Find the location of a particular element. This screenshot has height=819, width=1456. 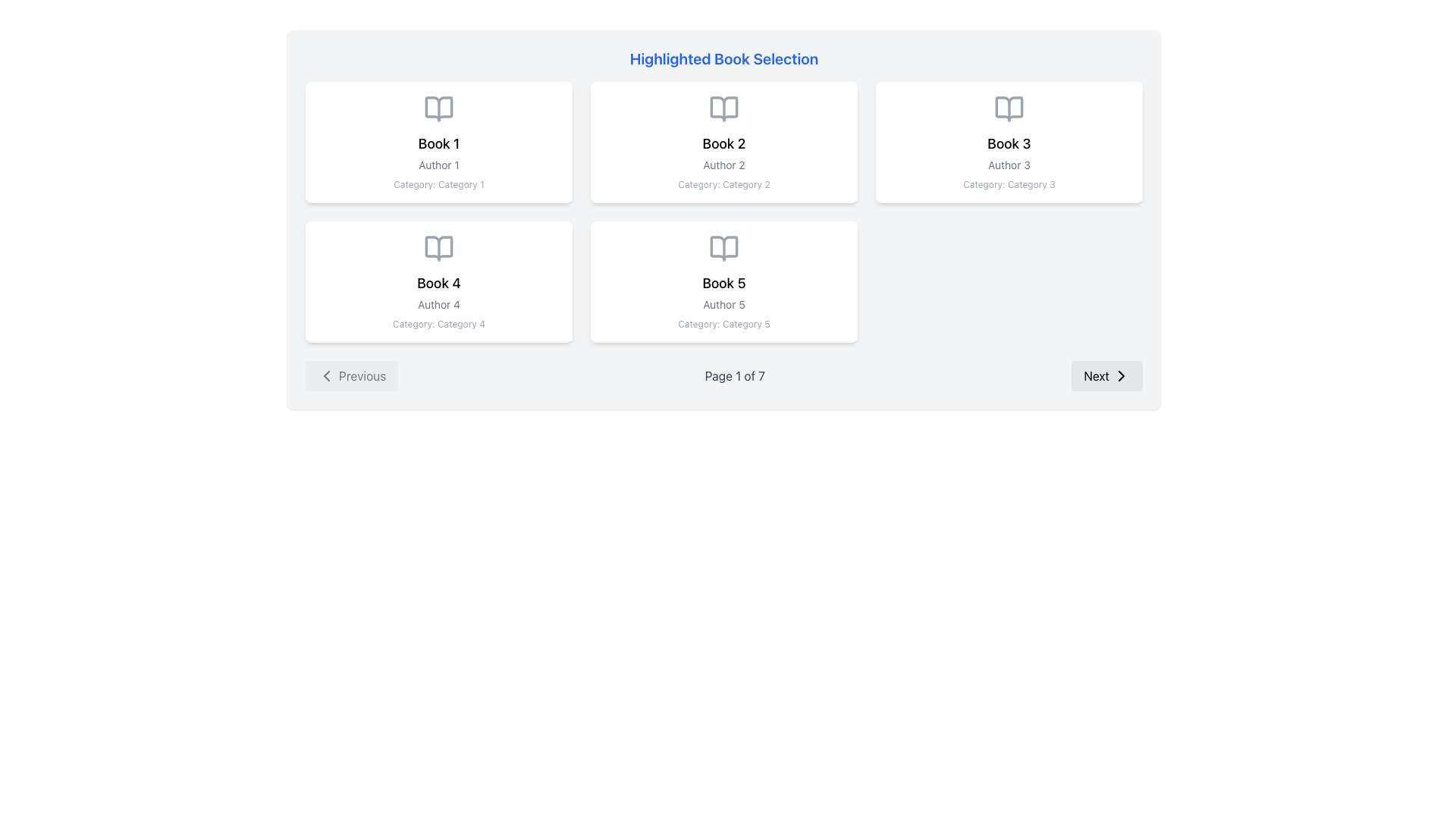

the stylized icon representing an open book with a gray-toned outline, located at the top center of the card displaying details about 'Book 2' is located at coordinates (723, 108).